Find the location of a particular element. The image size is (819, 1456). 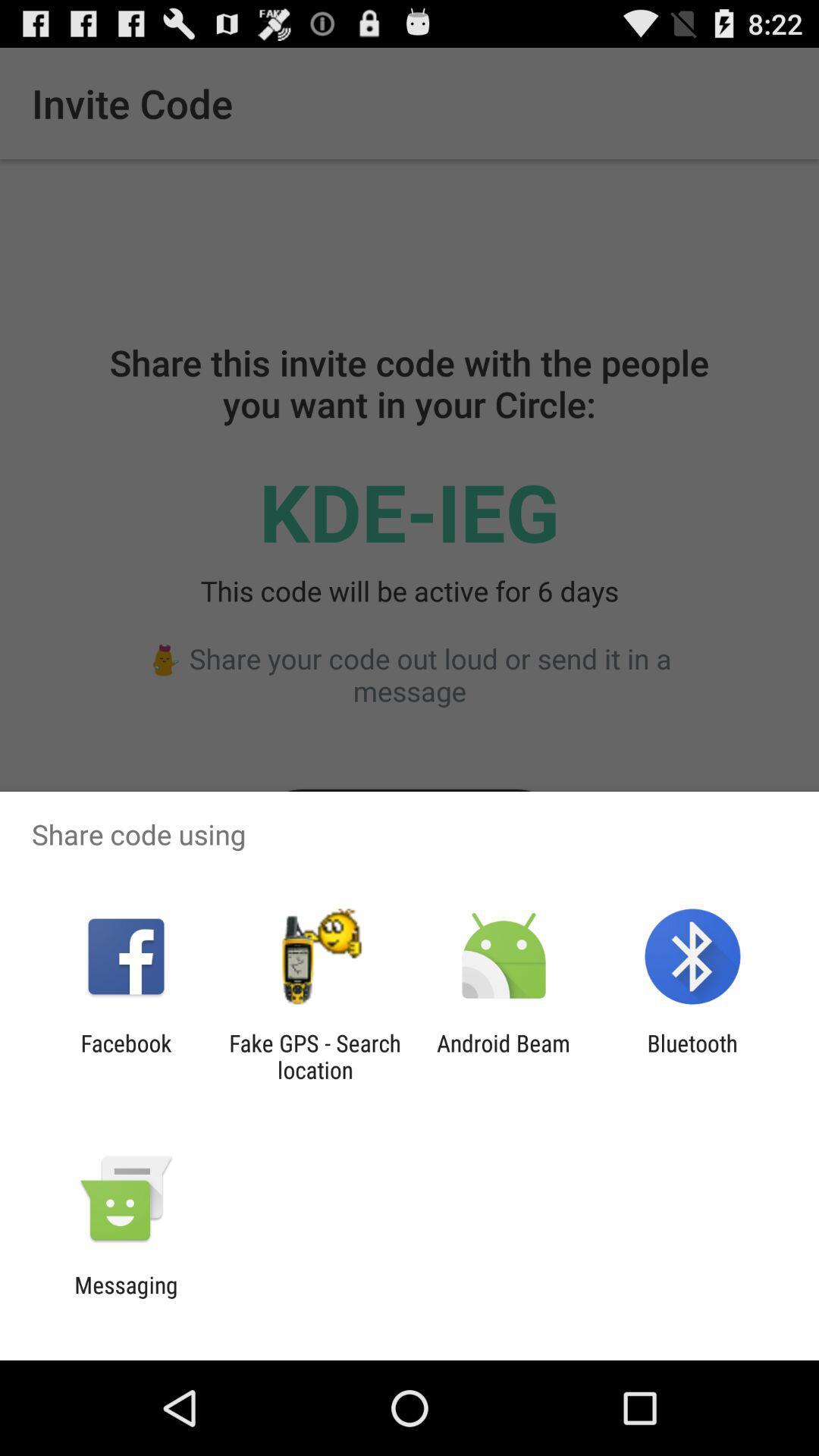

the fake gps search icon is located at coordinates (314, 1056).